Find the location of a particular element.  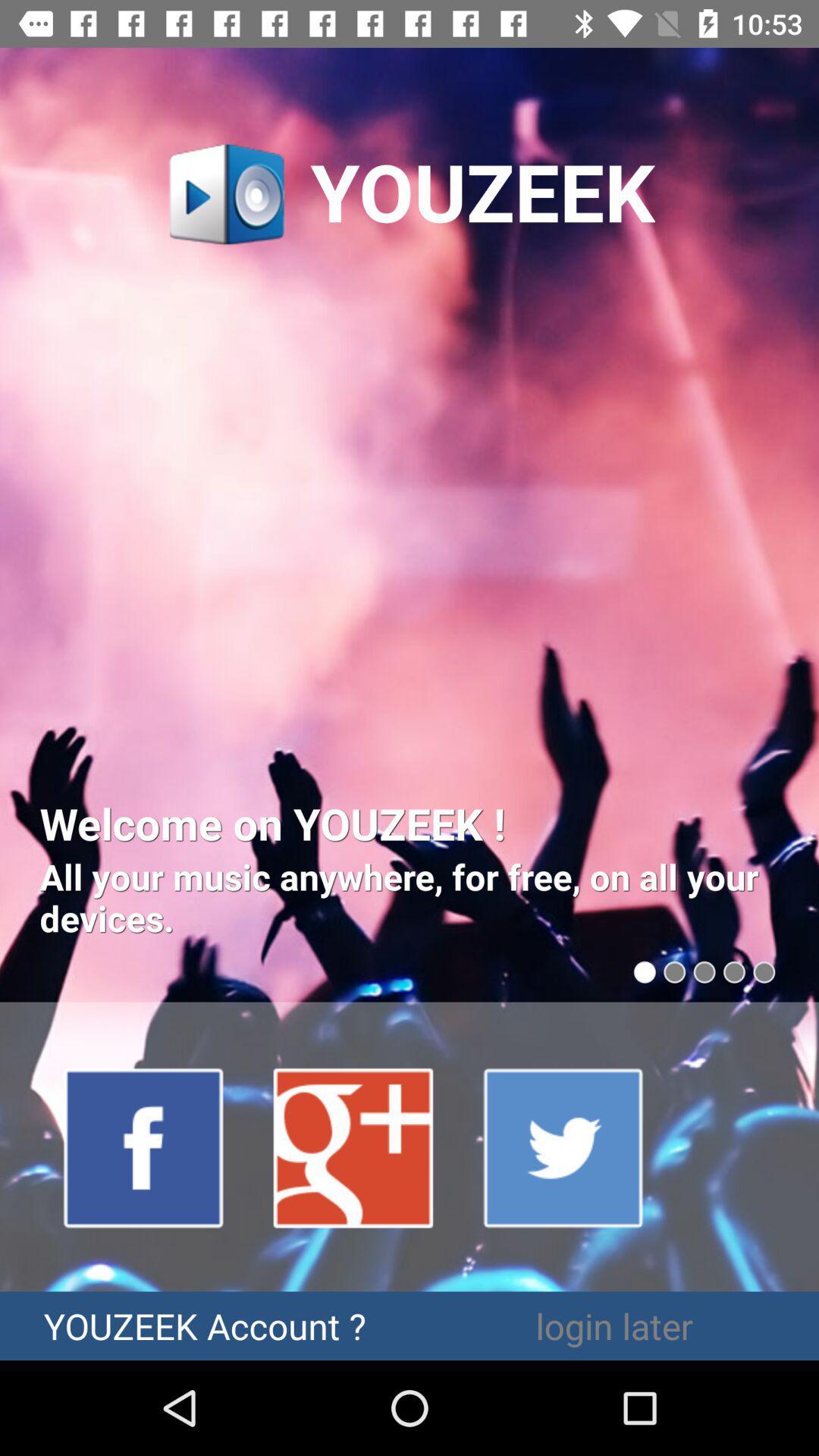

item to the right of youzeek account ? item is located at coordinates (614, 1325).